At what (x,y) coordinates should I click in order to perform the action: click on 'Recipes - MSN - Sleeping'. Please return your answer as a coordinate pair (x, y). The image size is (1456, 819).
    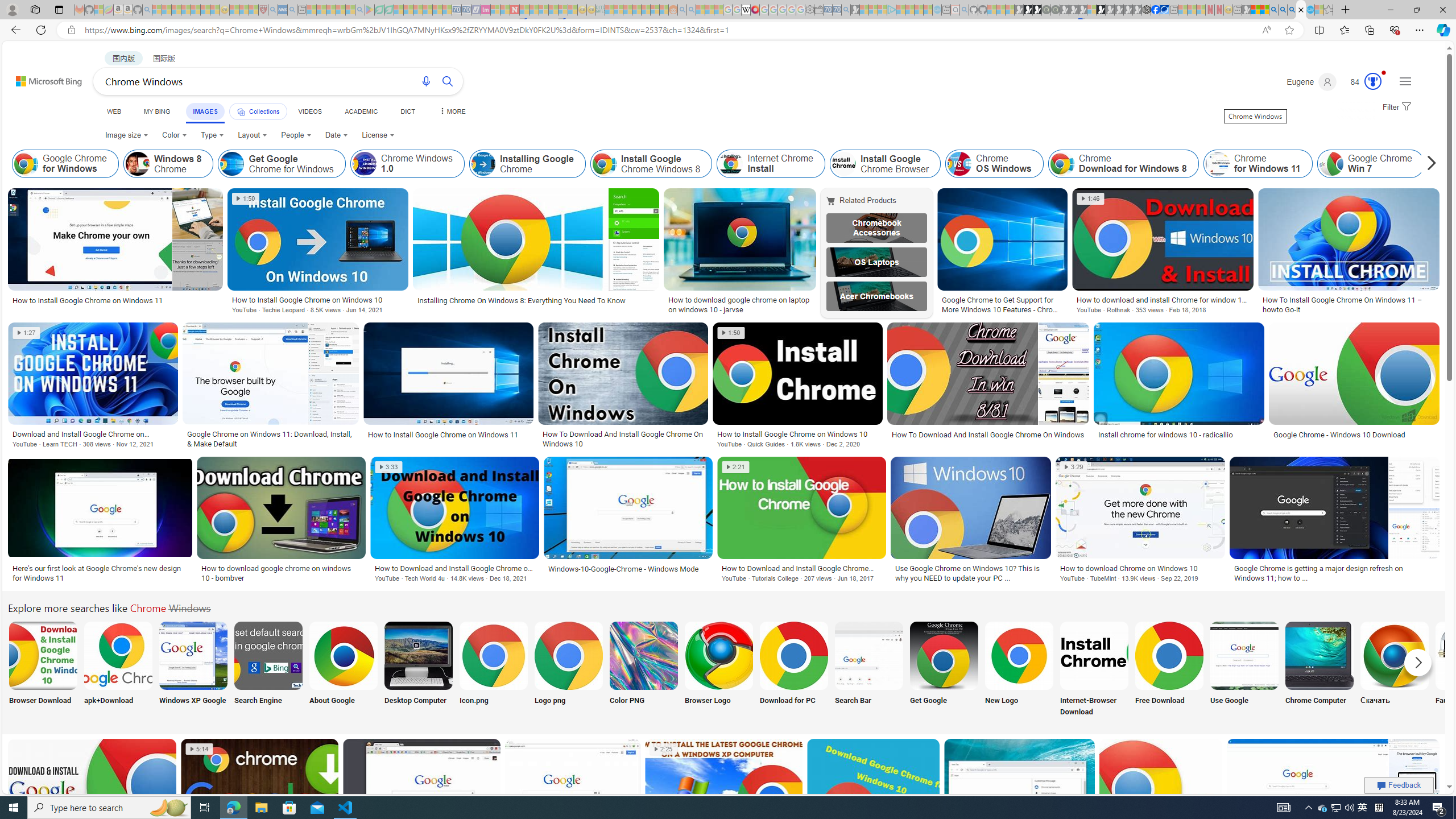
    Looking at the image, I should click on (234, 9).